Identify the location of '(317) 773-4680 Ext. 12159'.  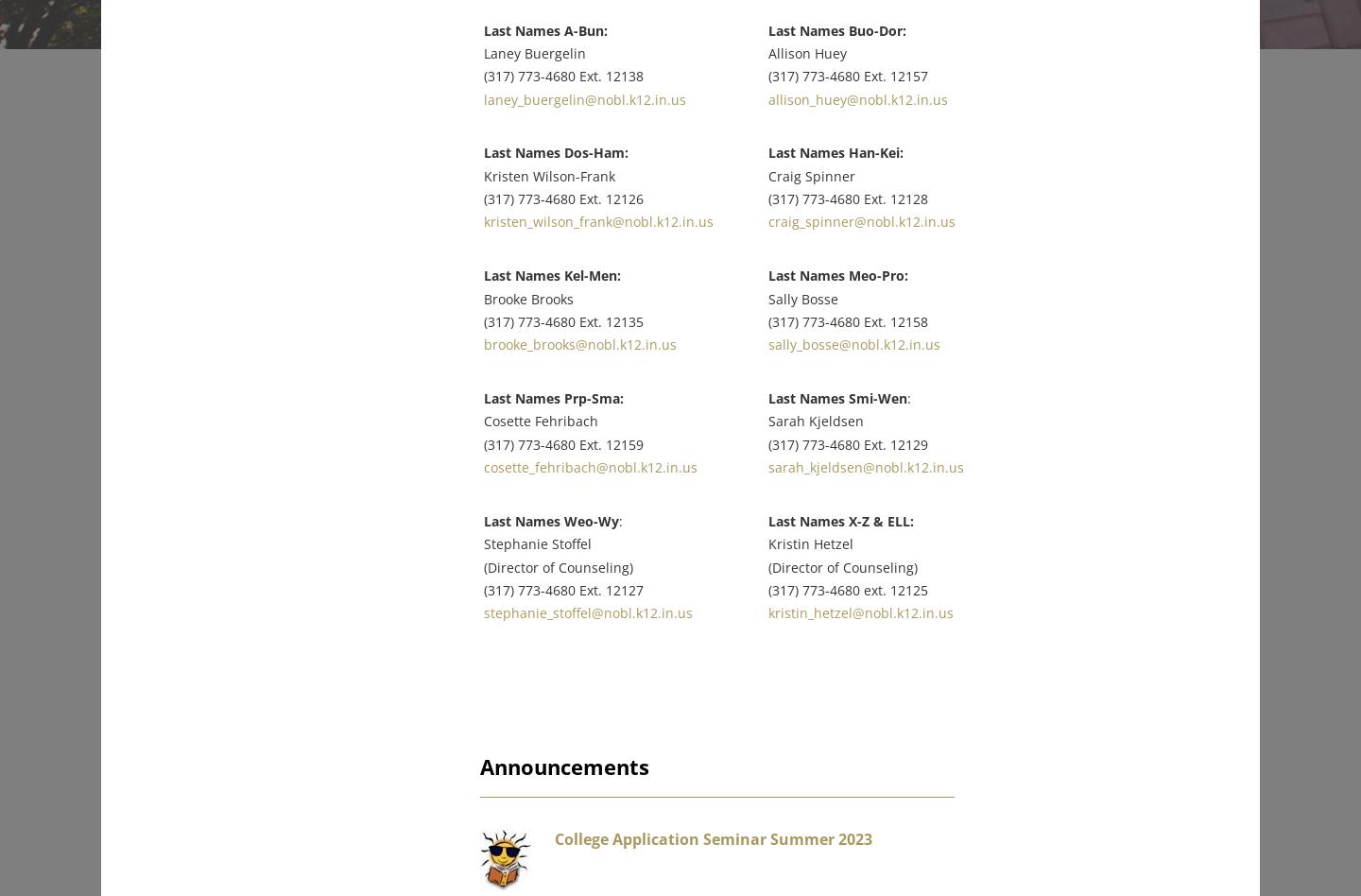
(582, 430).